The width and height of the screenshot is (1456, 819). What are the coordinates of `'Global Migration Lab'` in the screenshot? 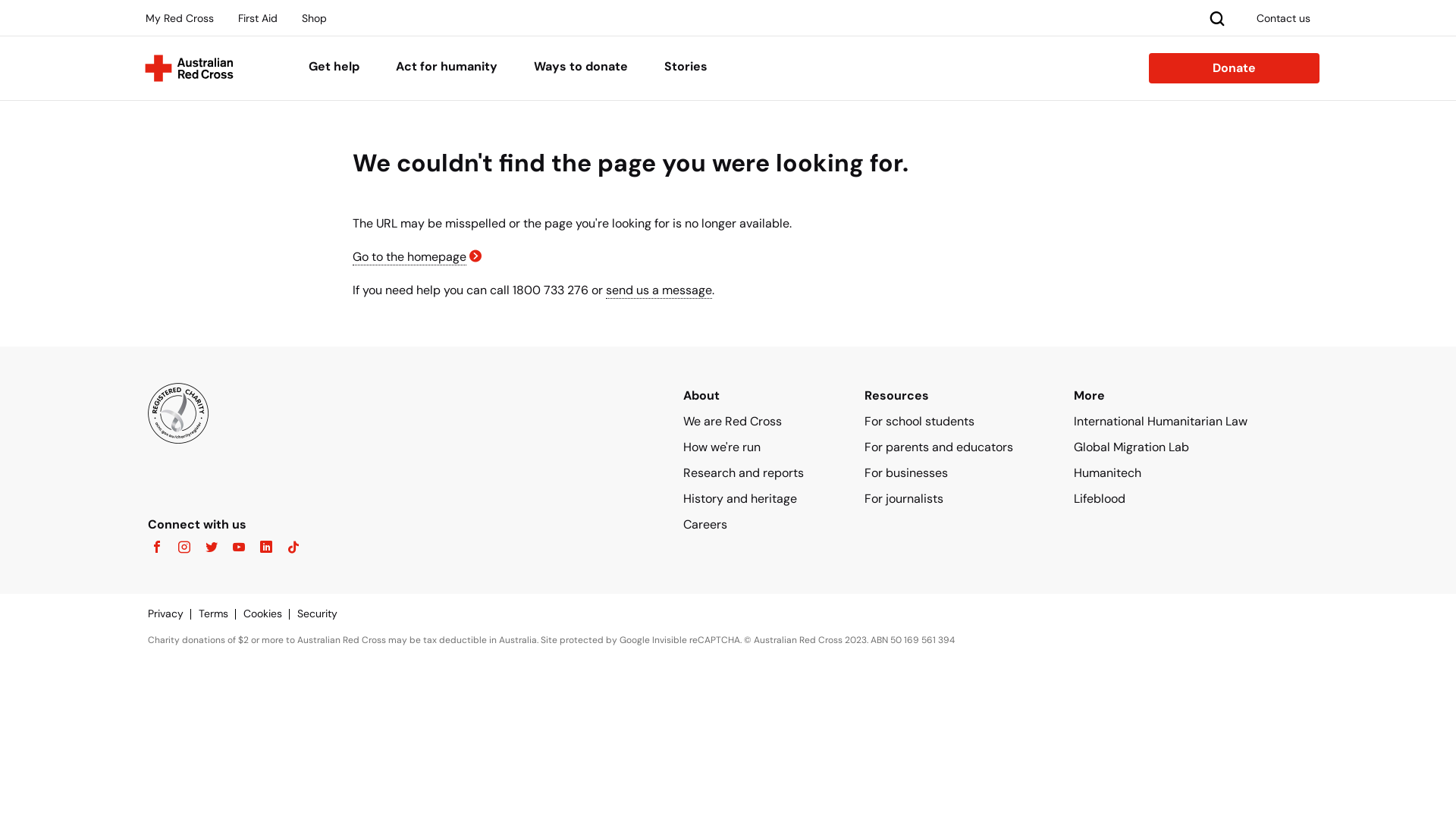 It's located at (1131, 446).